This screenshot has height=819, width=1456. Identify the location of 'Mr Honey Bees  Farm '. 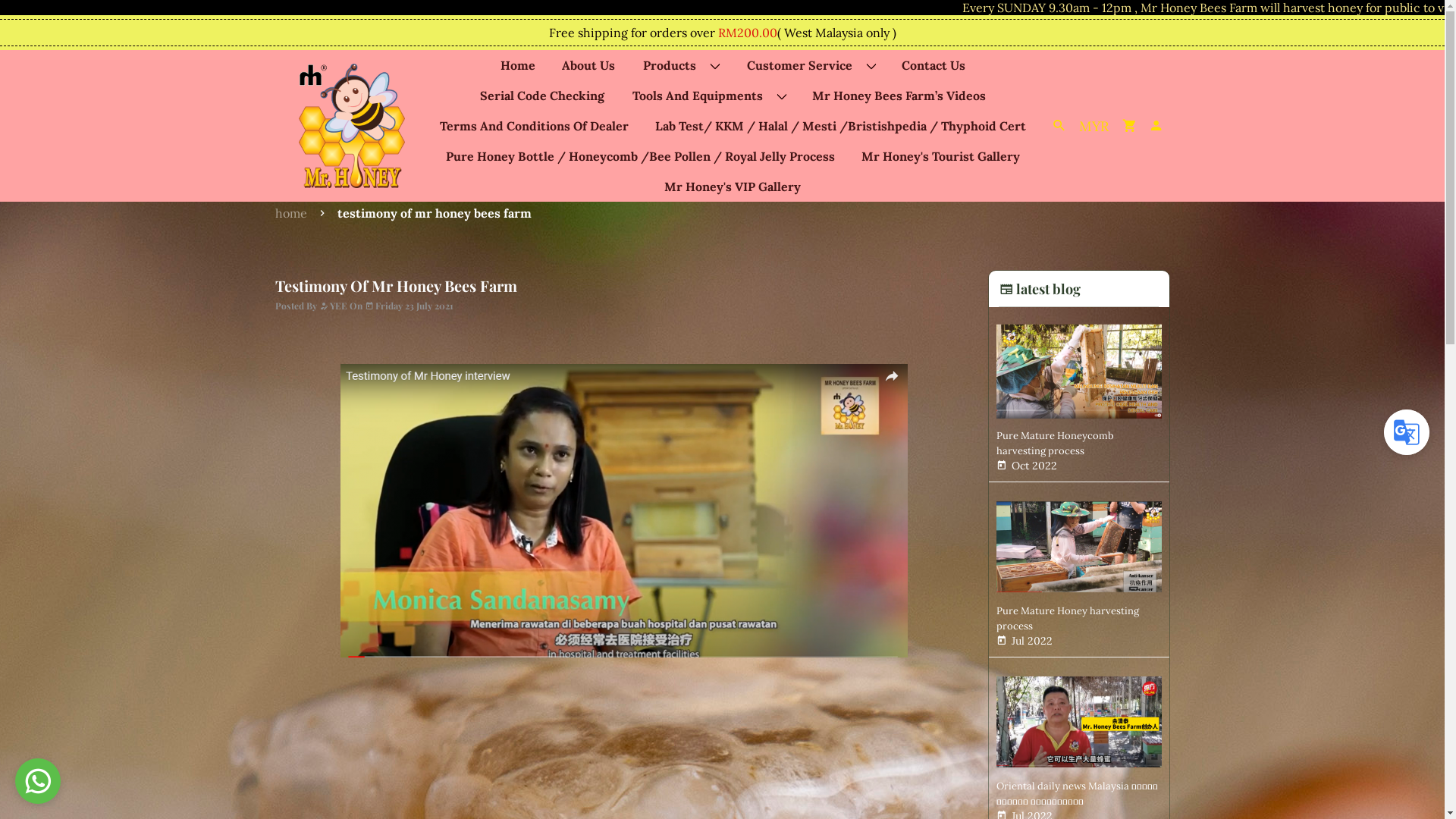
(351, 125).